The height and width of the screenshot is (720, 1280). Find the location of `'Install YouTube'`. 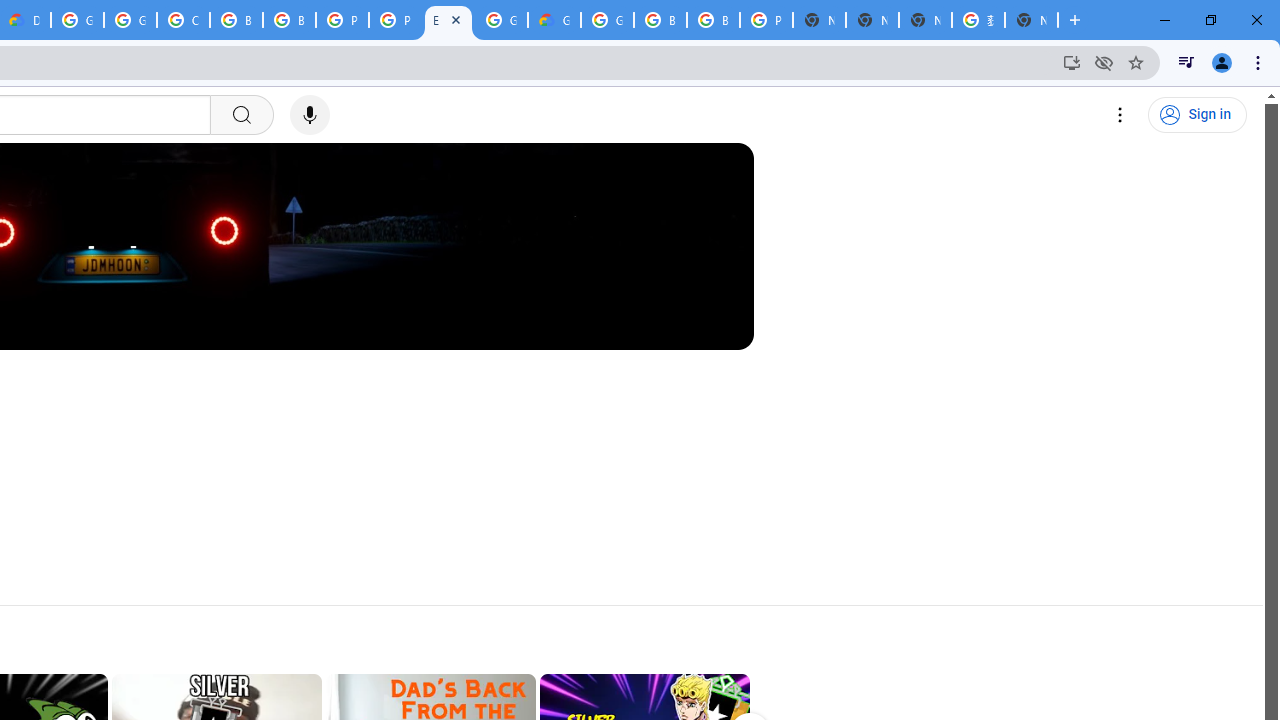

'Install YouTube' is located at coordinates (1071, 61).